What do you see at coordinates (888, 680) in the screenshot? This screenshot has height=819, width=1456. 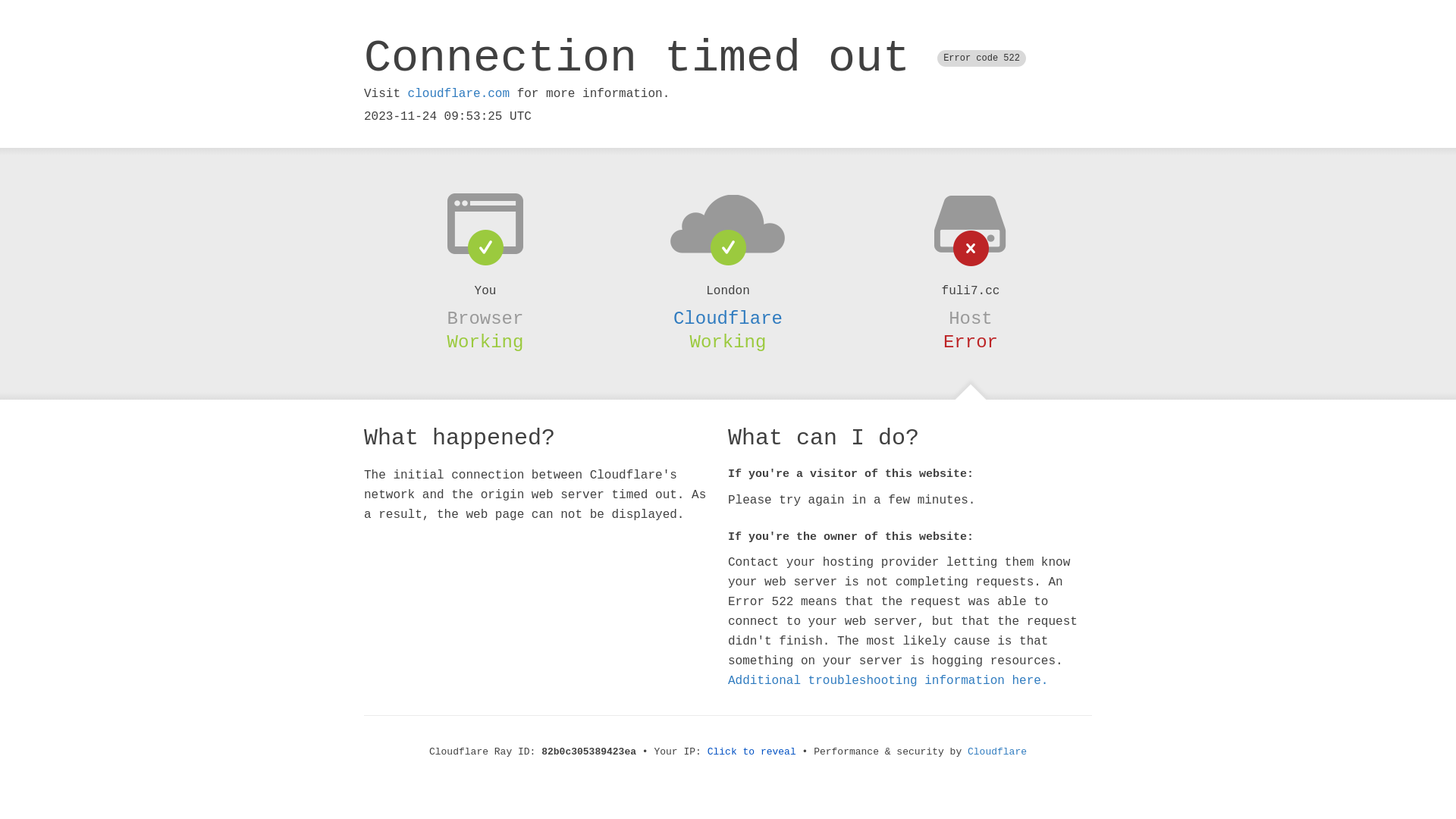 I see `'Additional troubleshooting information here.'` at bounding box center [888, 680].